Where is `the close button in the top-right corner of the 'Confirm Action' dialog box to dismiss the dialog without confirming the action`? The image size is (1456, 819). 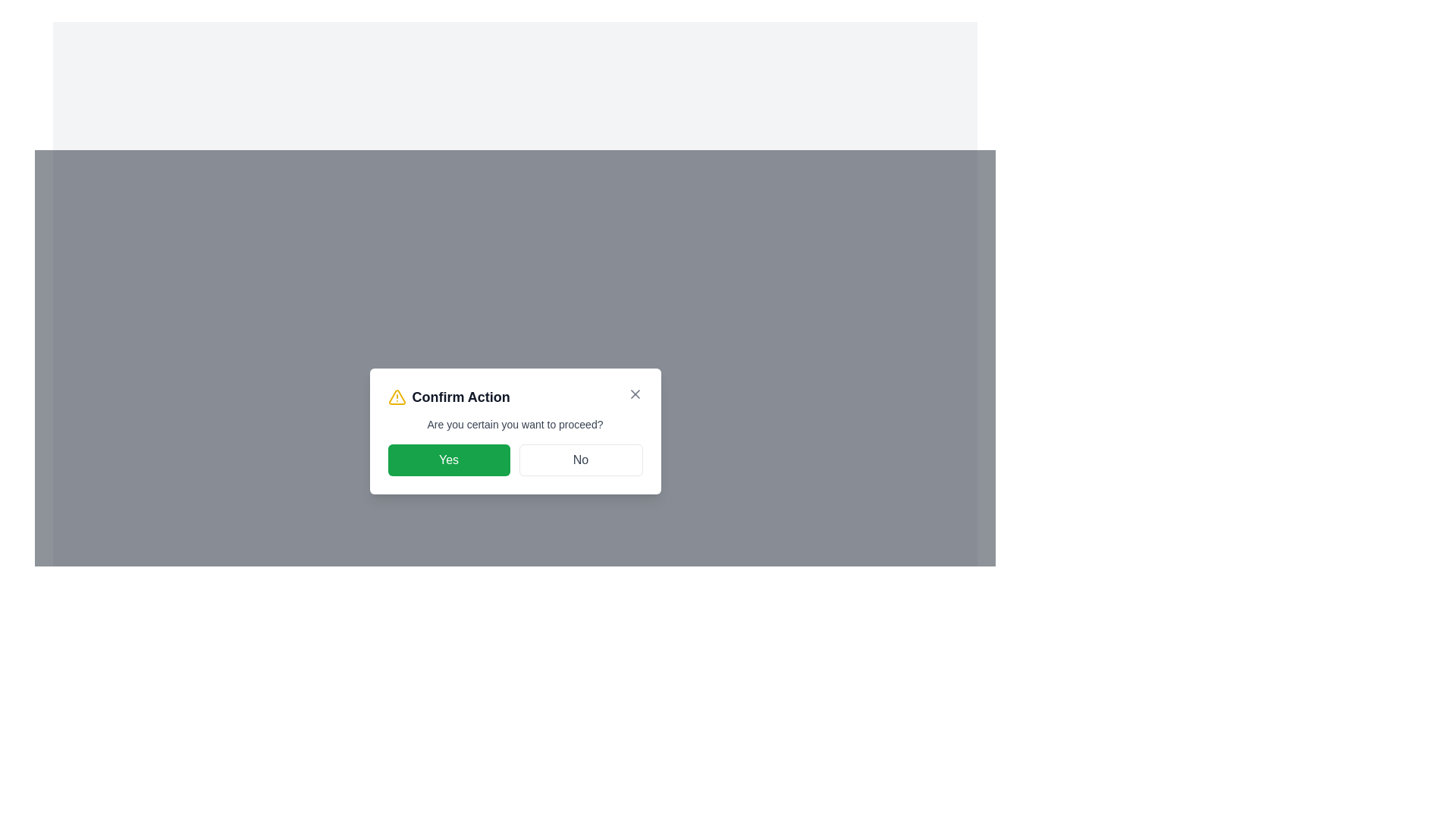
the close button in the top-right corner of the 'Confirm Action' dialog box to dismiss the dialog without confirming the action is located at coordinates (635, 394).